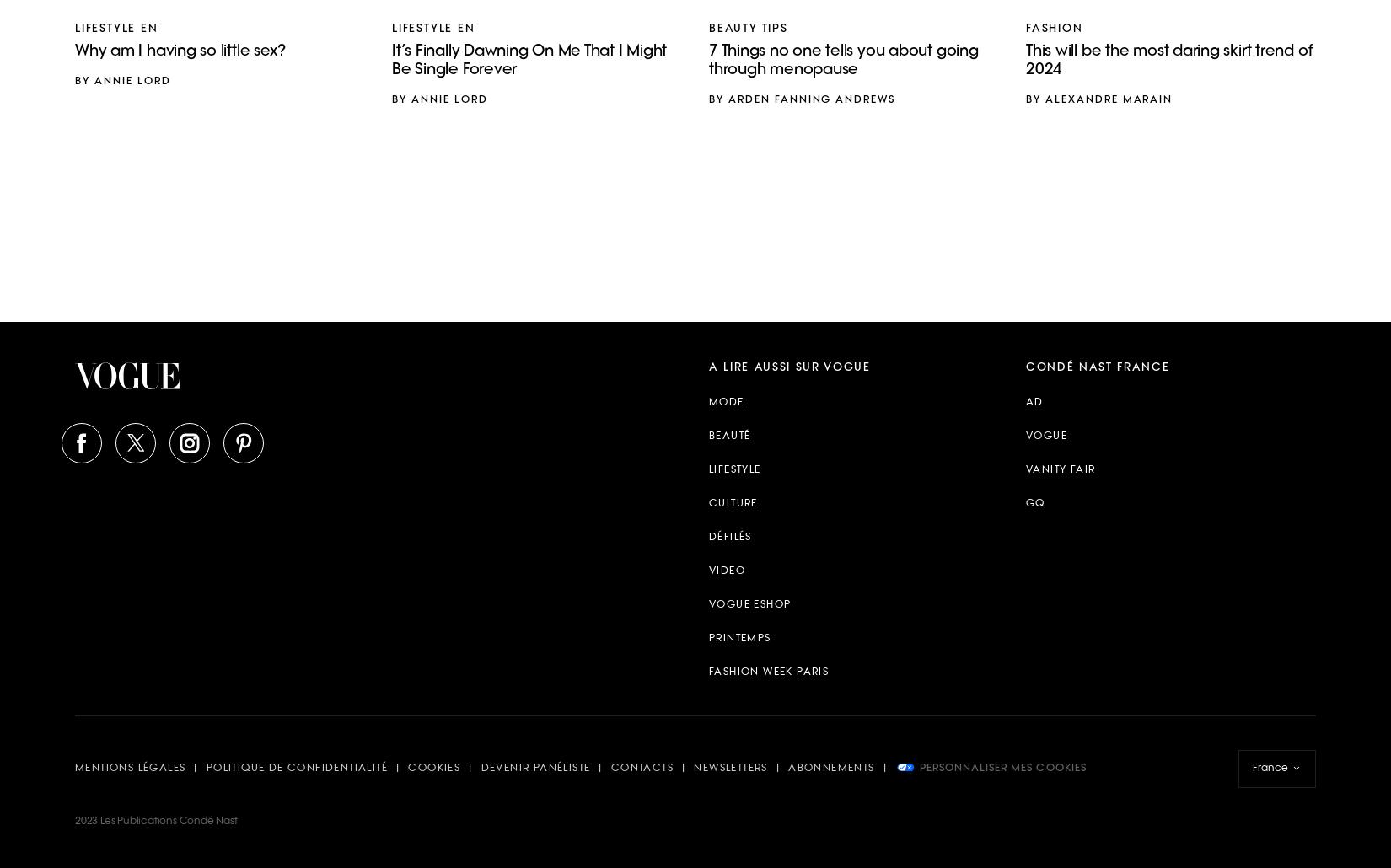 This screenshot has width=1391, height=868. Describe the element at coordinates (534, 768) in the screenshot. I see `'Devenir panéliste'` at that location.